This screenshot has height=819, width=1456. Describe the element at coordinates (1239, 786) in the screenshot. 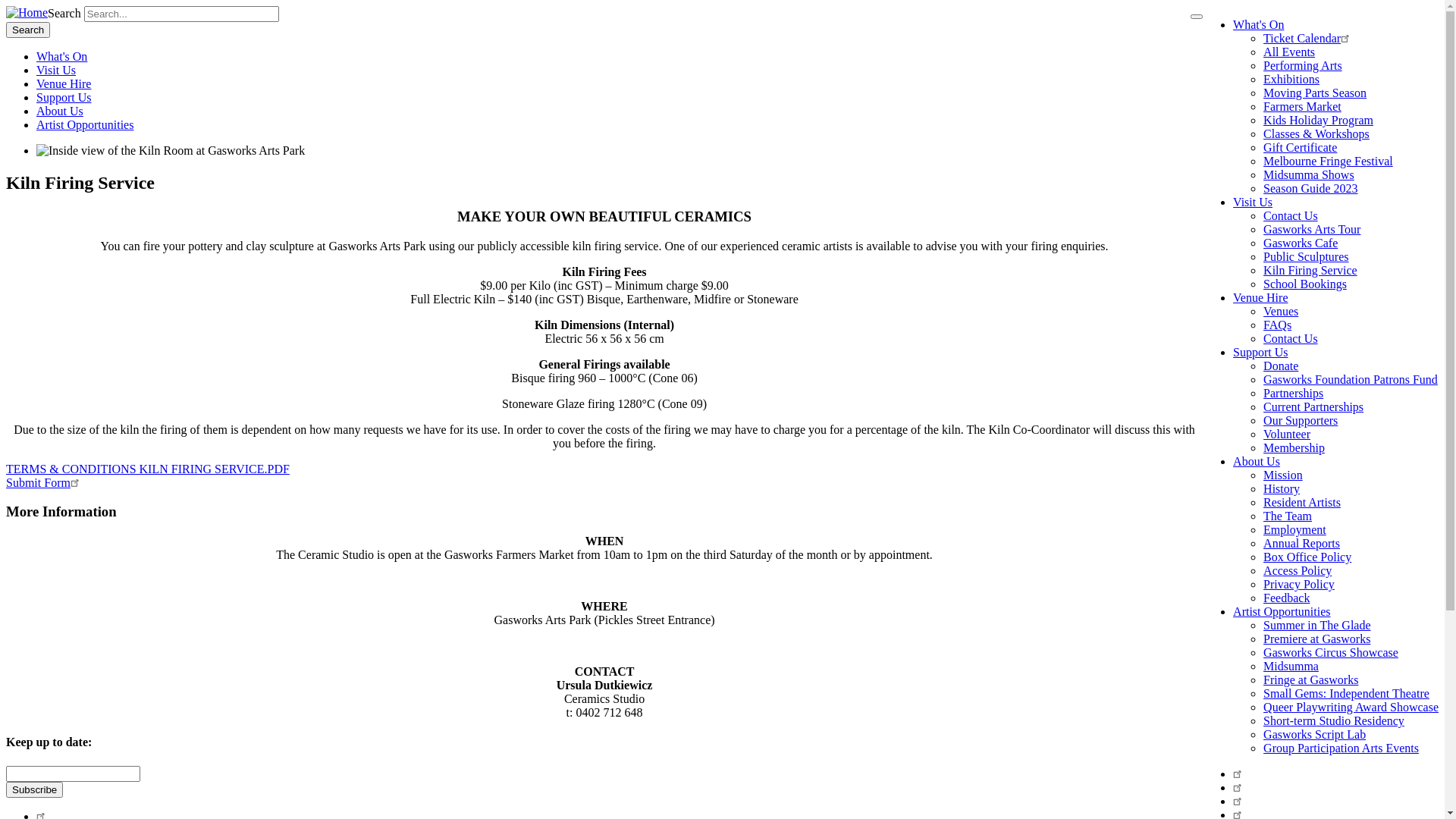

I see `'Twitter` at that location.